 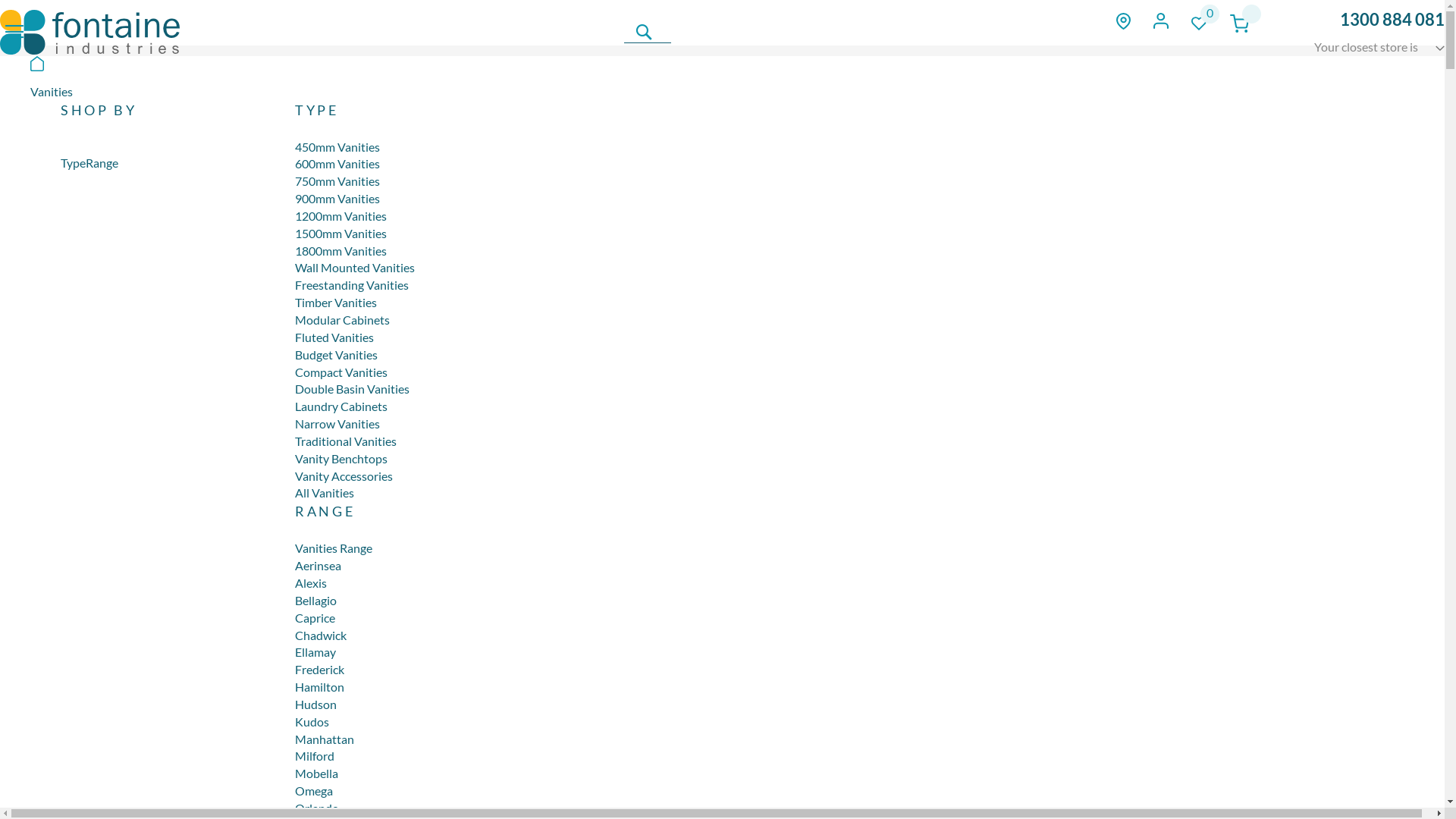 What do you see at coordinates (340, 405) in the screenshot?
I see `'Laundry Cabinets'` at bounding box center [340, 405].